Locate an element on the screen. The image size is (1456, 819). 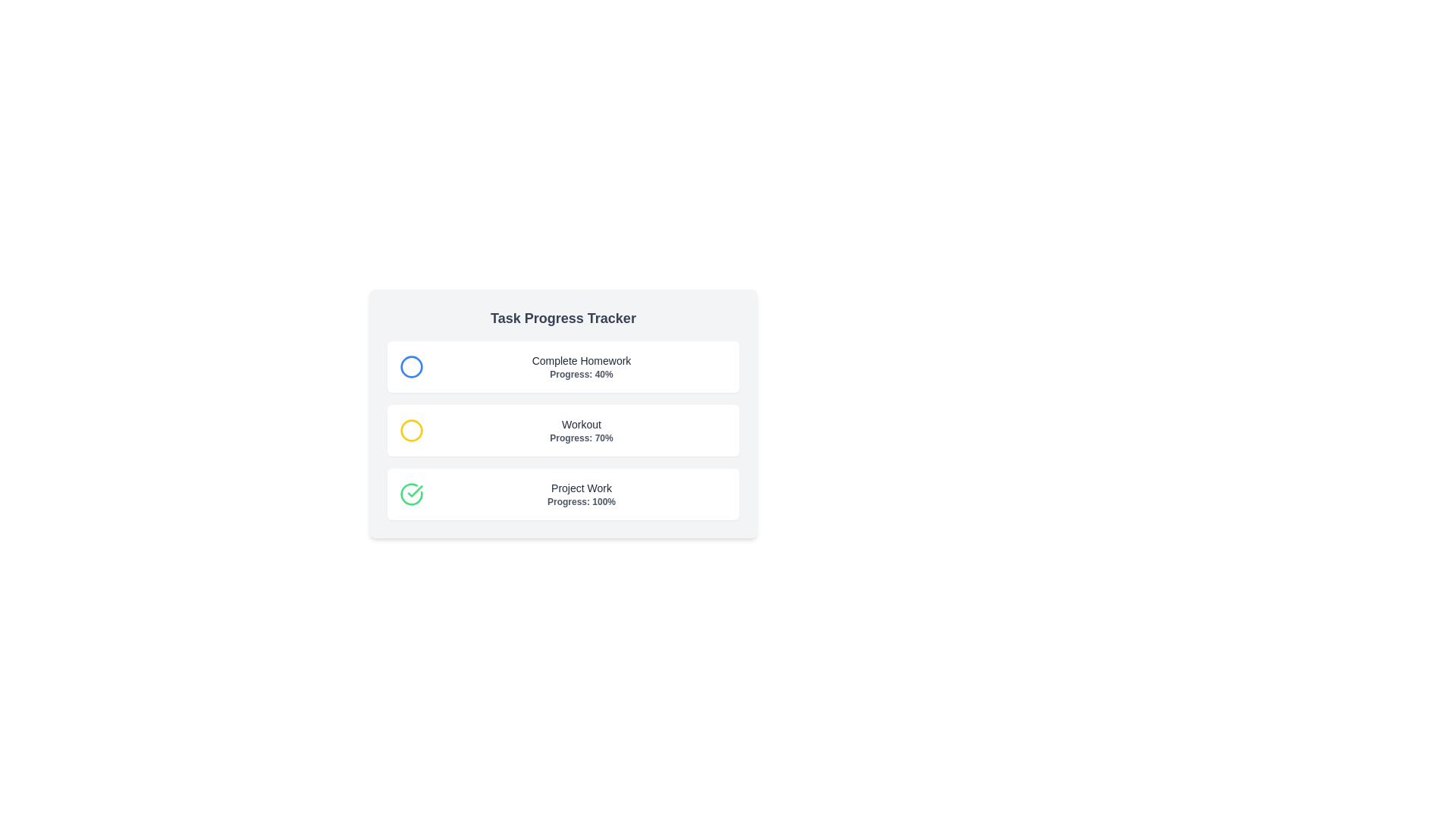
the 'Workout' progress tracking item, which displays a circular icon with a yellow border and the progress text 'Progress: 70%' is located at coordinates (563, 430).